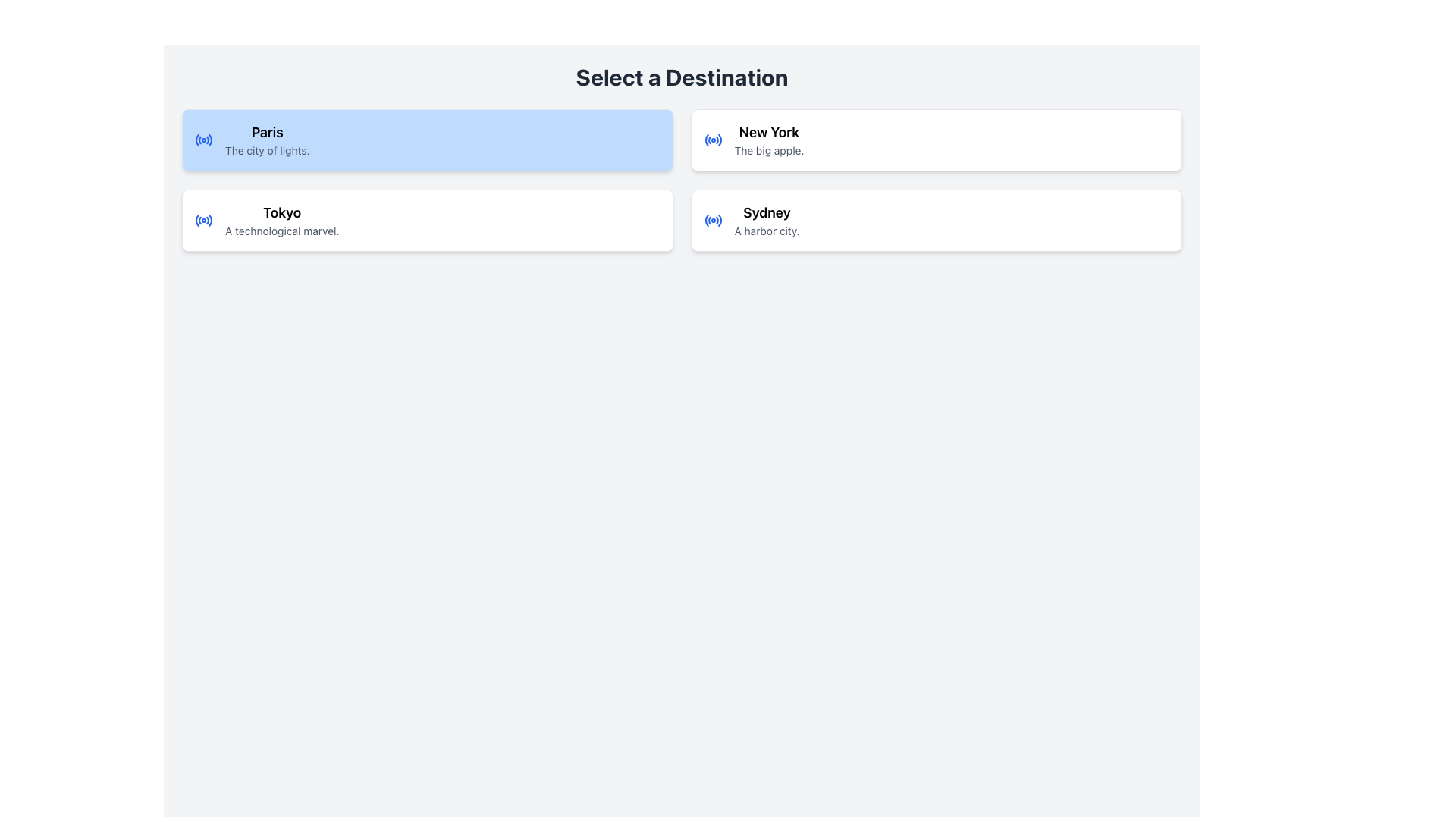 The image size is (1456, 819). What do you see at coordinates (202, 140) in the screenshot?
I see `the radio button for 'Paris'` at bounding box center [202, 140].